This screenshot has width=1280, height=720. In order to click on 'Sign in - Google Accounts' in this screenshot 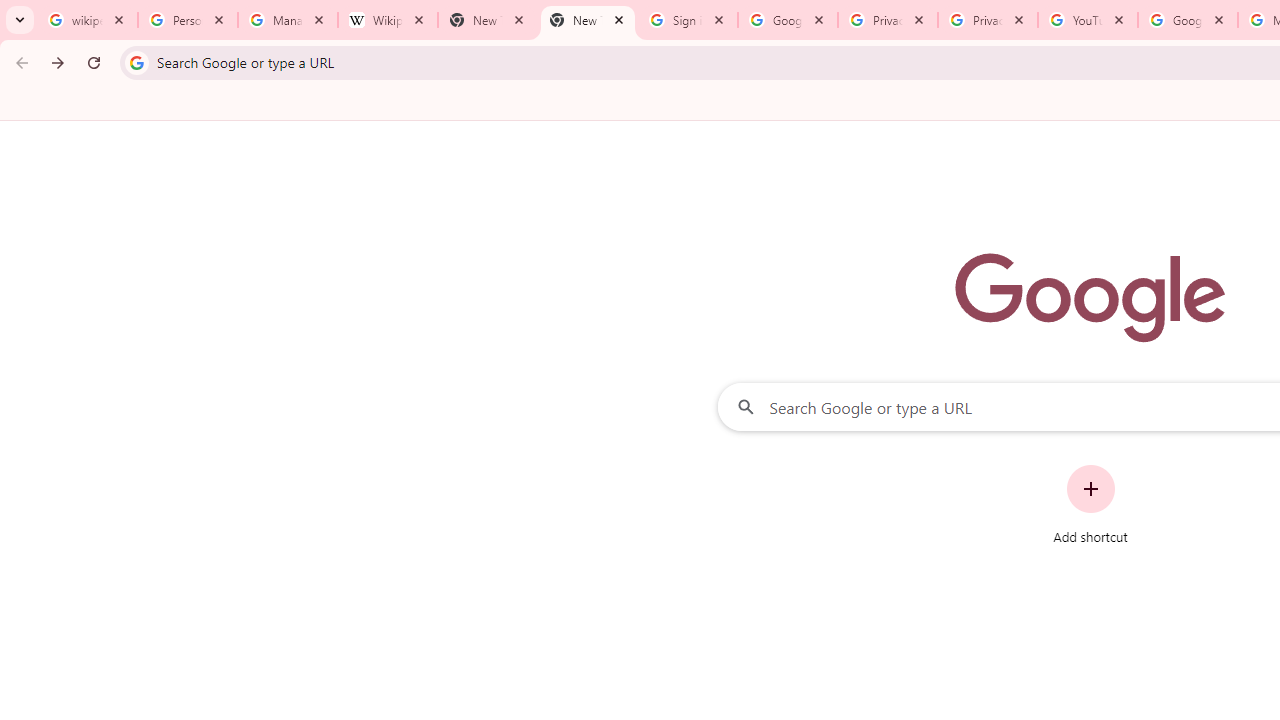, I will do `click(688, 20)`.